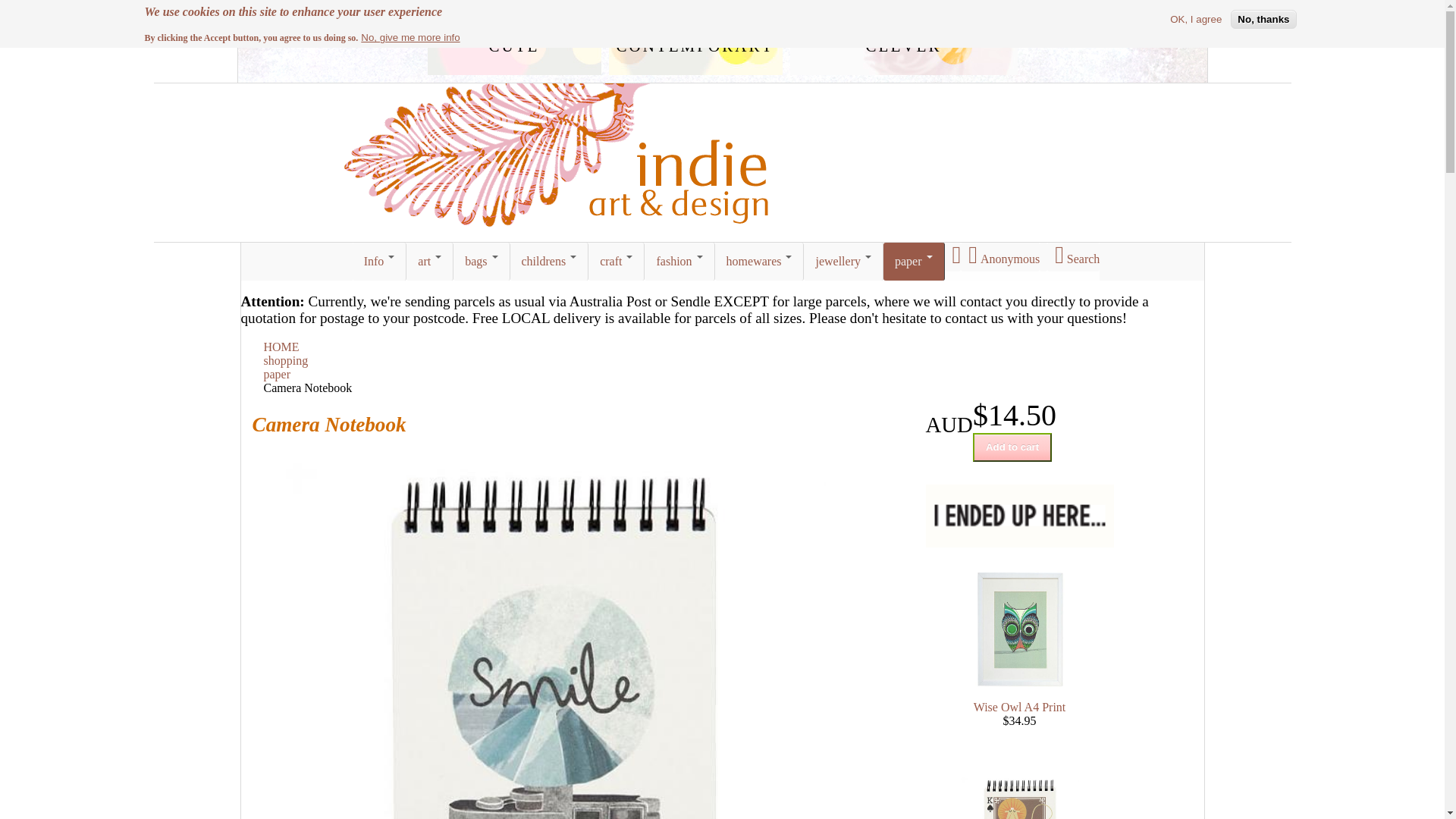 Image resolution: width=1456 pixels, height=819 pixels. I want to click on 'Anonymous', so click(1000, 256).